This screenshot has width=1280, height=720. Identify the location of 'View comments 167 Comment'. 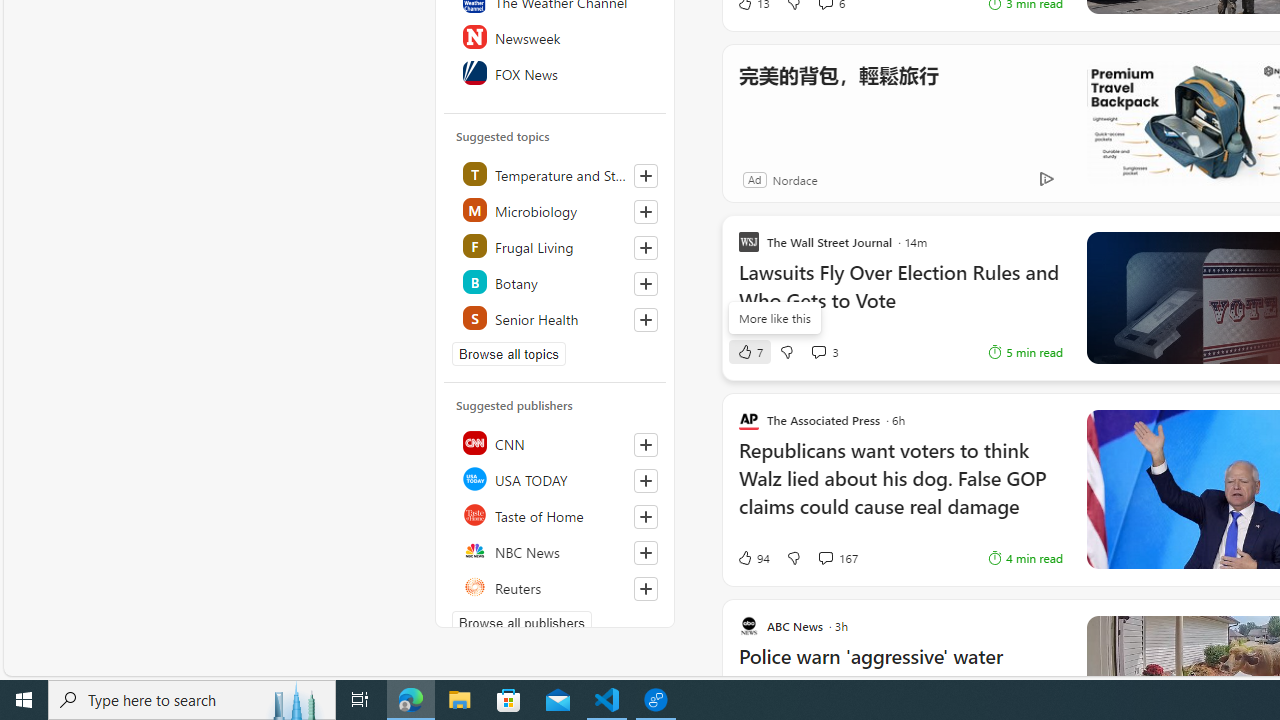
(825, 558).